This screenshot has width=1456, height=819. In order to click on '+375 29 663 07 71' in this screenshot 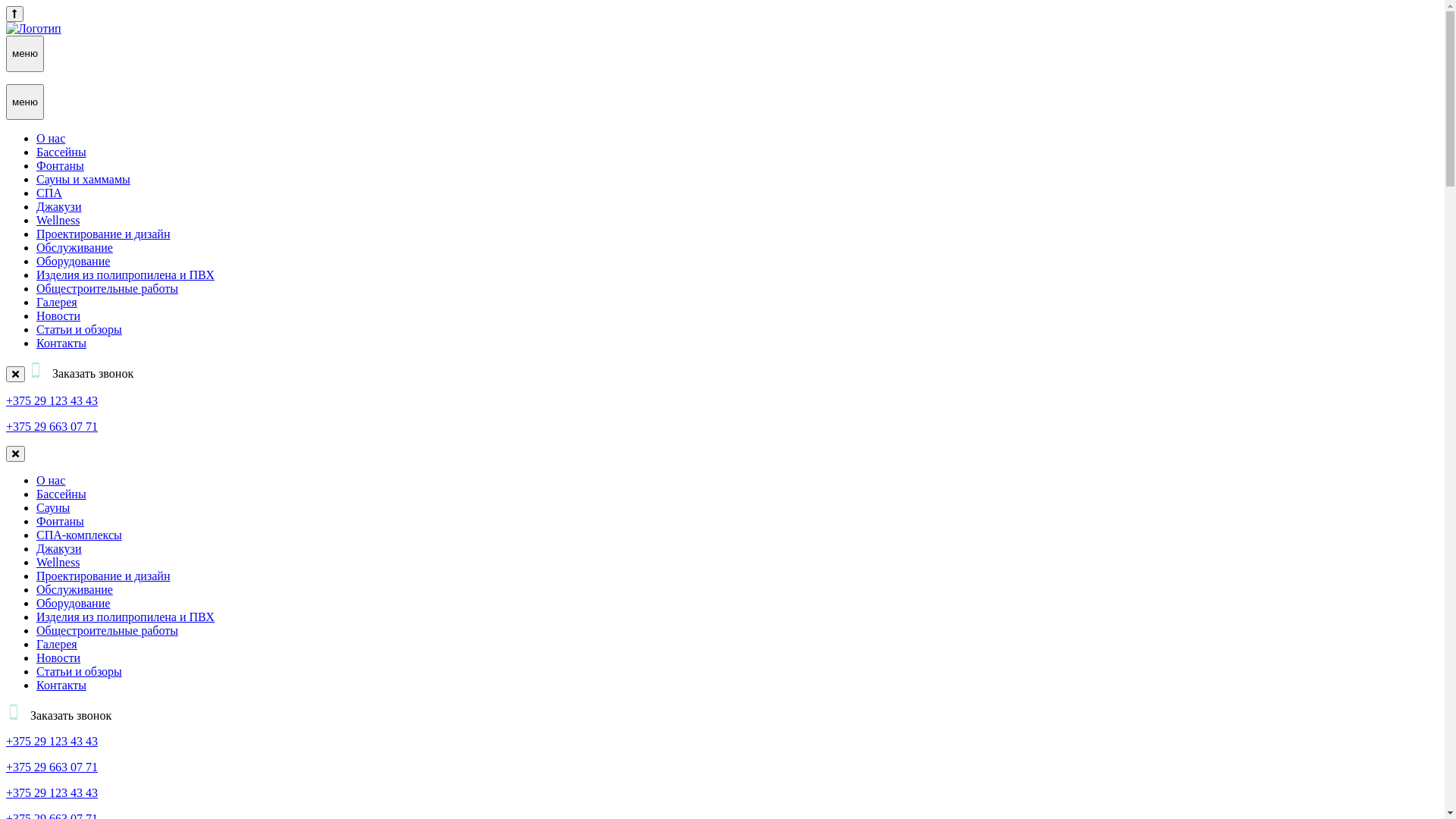, I will do `click(52, 426)`.